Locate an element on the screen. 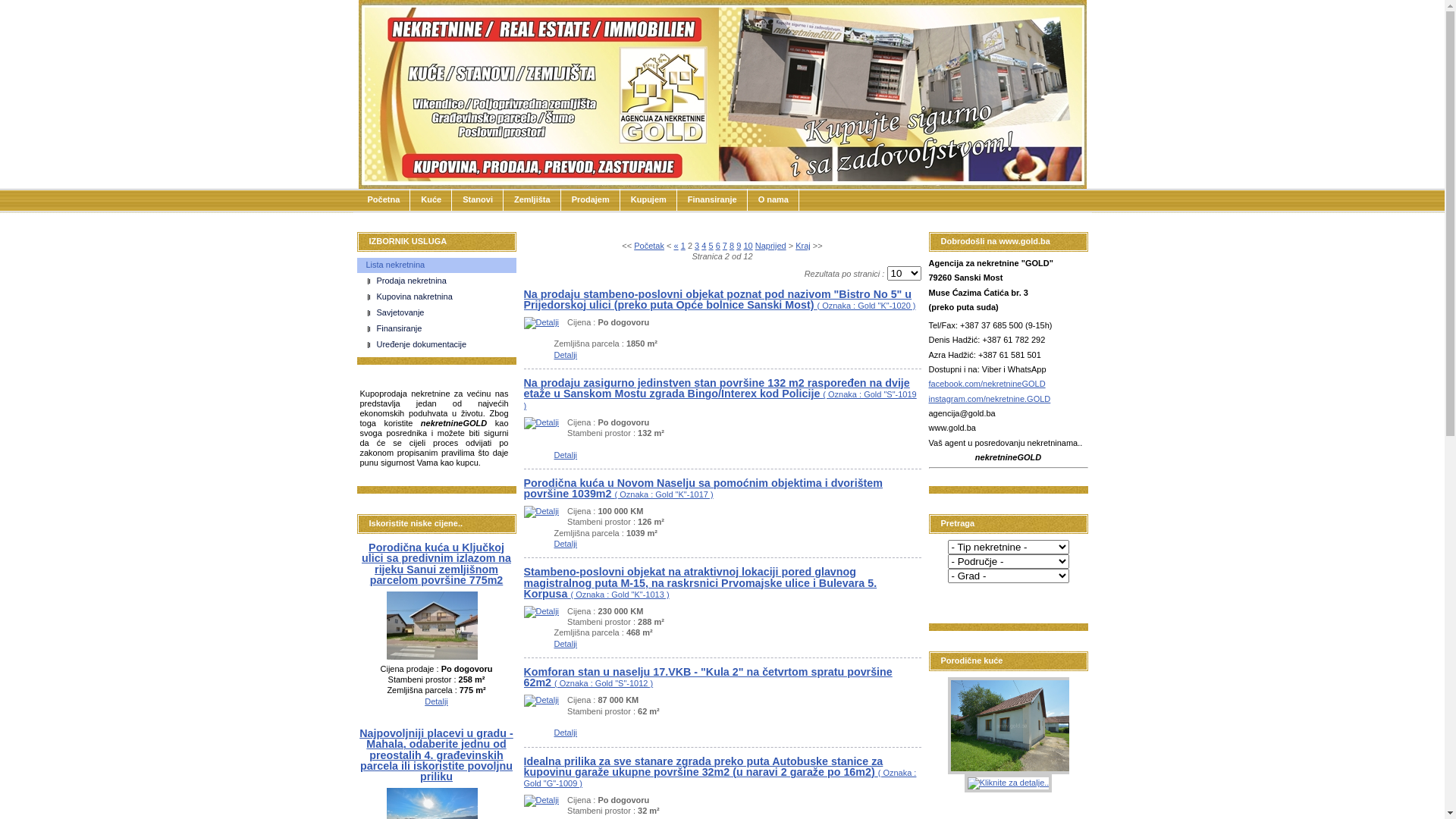 The height and width of the screenshot is (819, 1456). 'Detalji' is located at coordinates (386, 656).